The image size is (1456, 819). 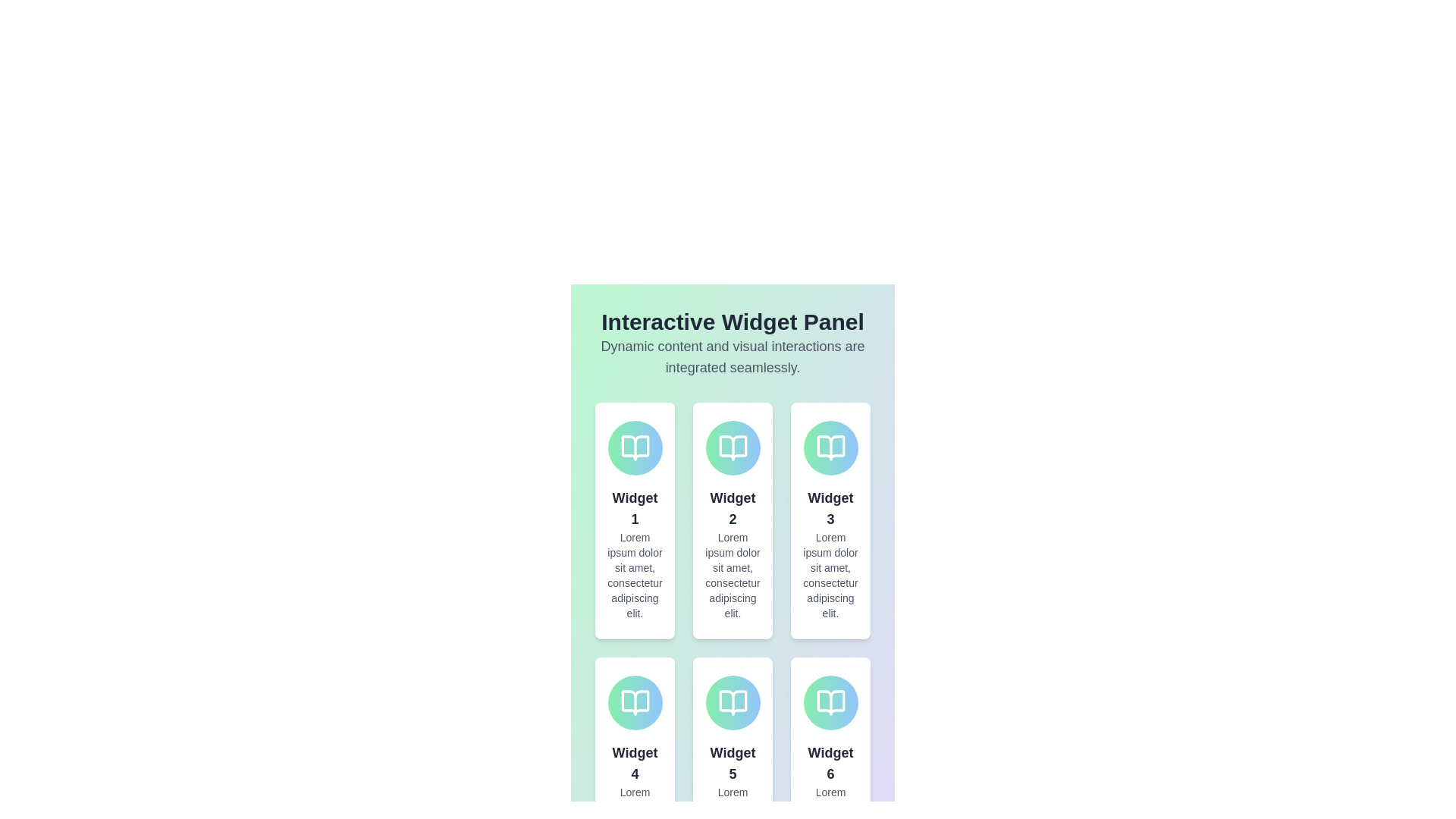 What do you see at coordinates (733, 447) in the screenshot?
I see `the circular icon with a gradient background and a white book icon in the center, located at the center top of the 'Widget 2' card` at bounding box center [733, 447].